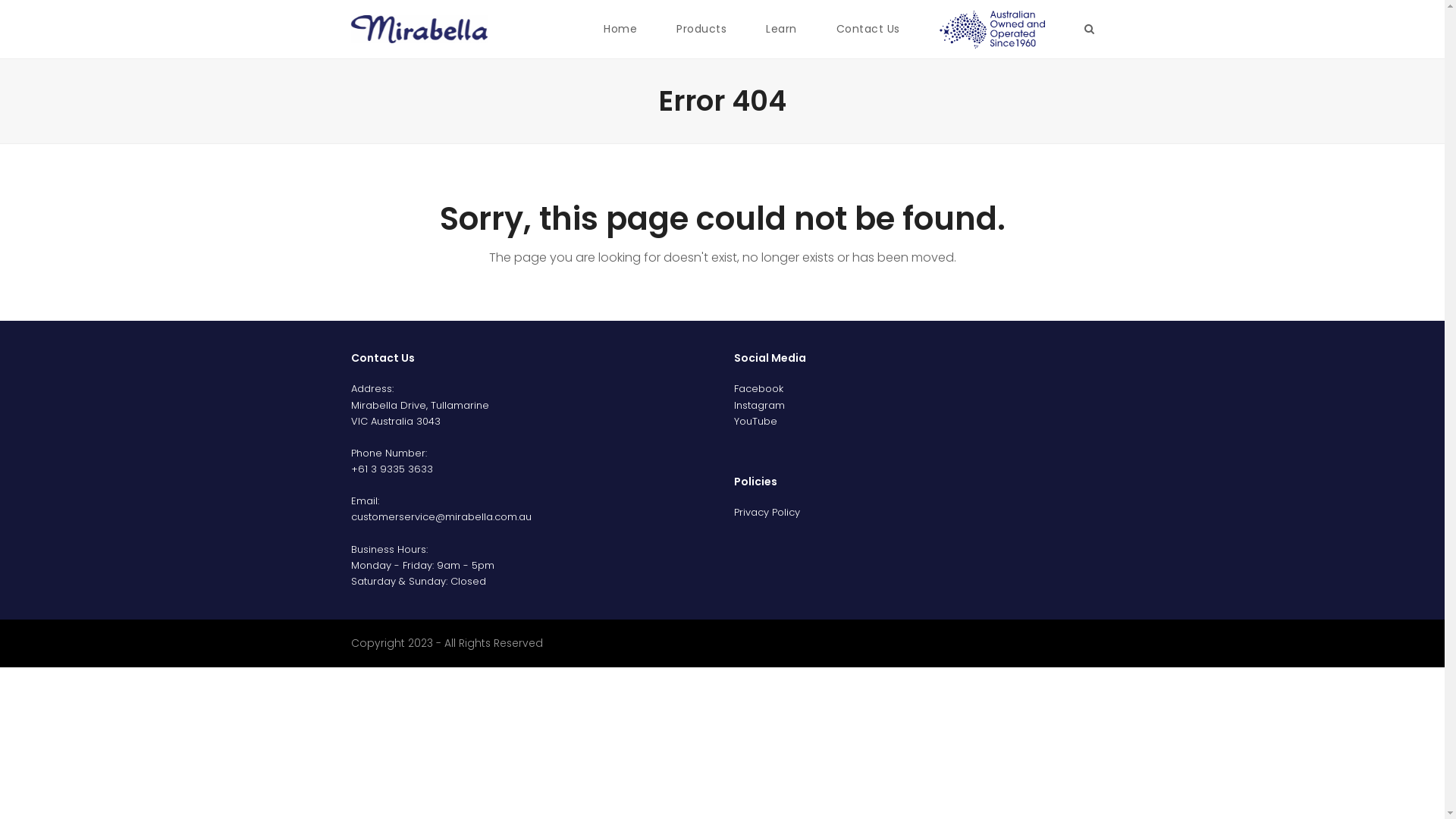 The width and height of the screenshot is (1456, 819). What do you see at coordinates (439, 516) in the screenshot?
I see `'customerservice@mirabella.com.au'` at bounding box center [439, 516].